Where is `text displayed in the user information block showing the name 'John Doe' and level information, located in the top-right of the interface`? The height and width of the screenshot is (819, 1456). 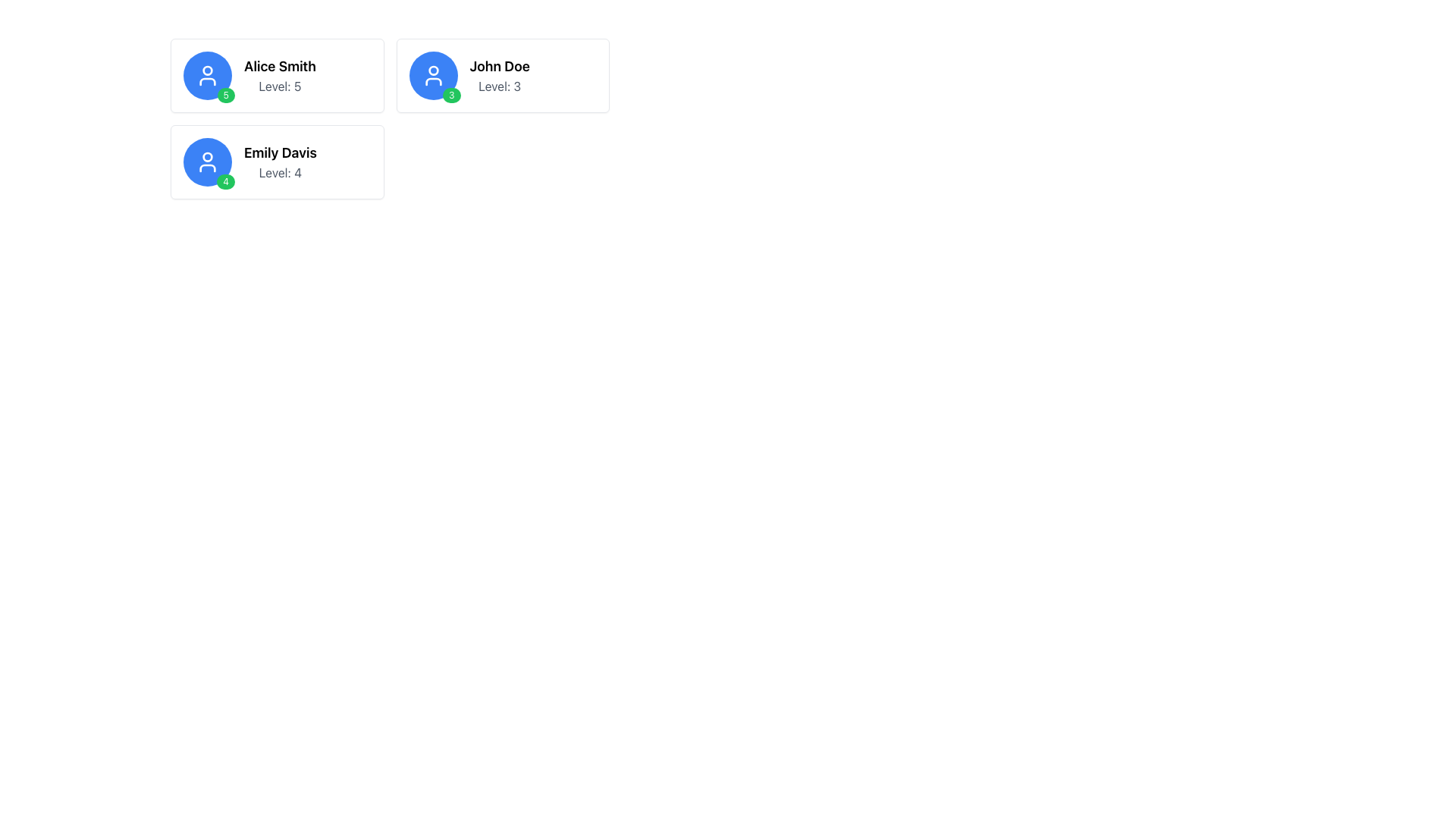
text displayed in the user information block showing the name 'John Doe' and level information, located in the top-right of the interface is located at coordinates (500, 76).